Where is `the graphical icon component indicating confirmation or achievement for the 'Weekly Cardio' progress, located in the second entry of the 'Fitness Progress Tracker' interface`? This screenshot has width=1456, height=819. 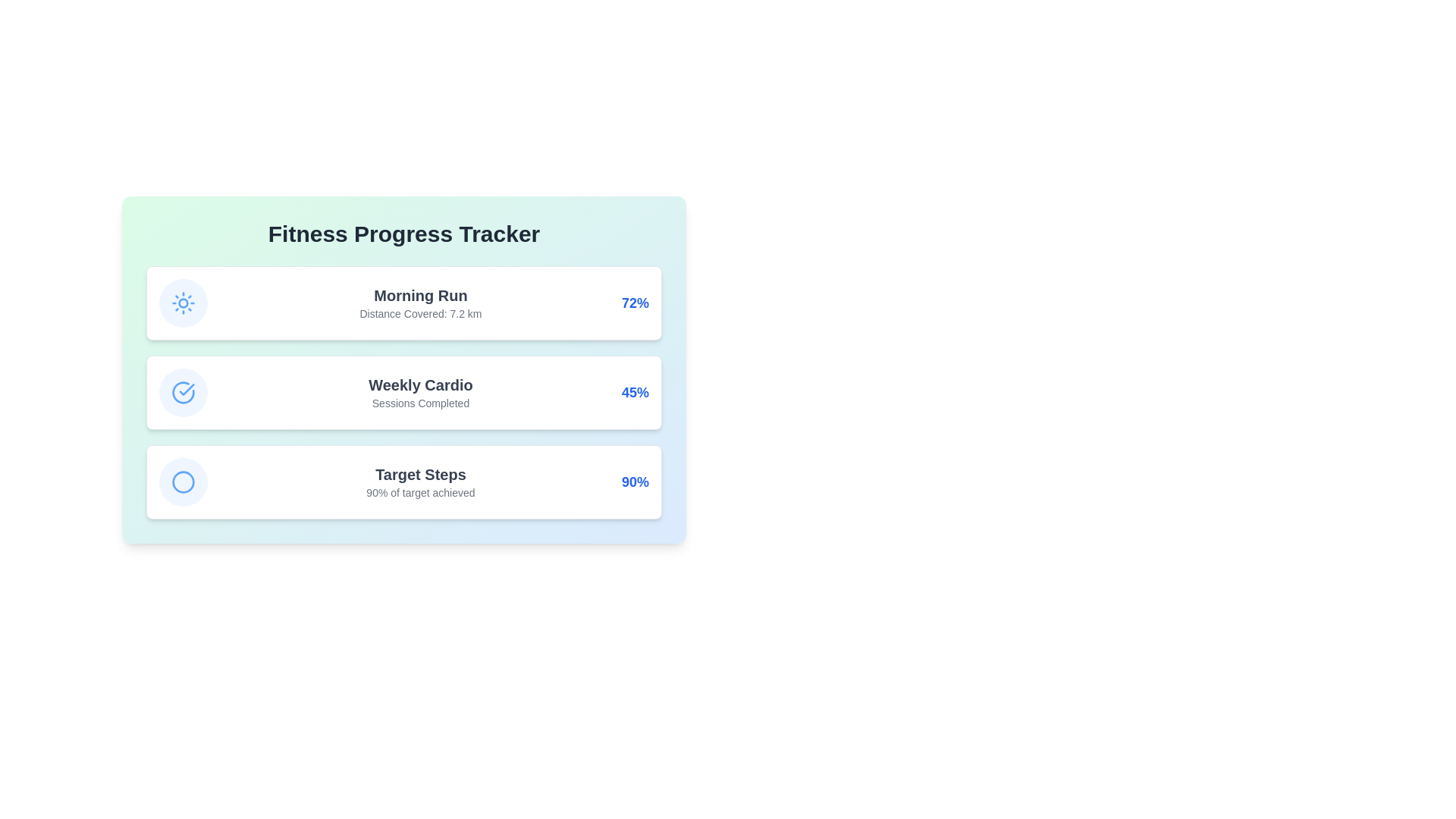 the graphical icon component indicating confirmation or achievement for the 'Weekly Cardio' progress, located in the second entry of the 'Fitness Progress Tracker' interface is located at coordinates (186, 388).